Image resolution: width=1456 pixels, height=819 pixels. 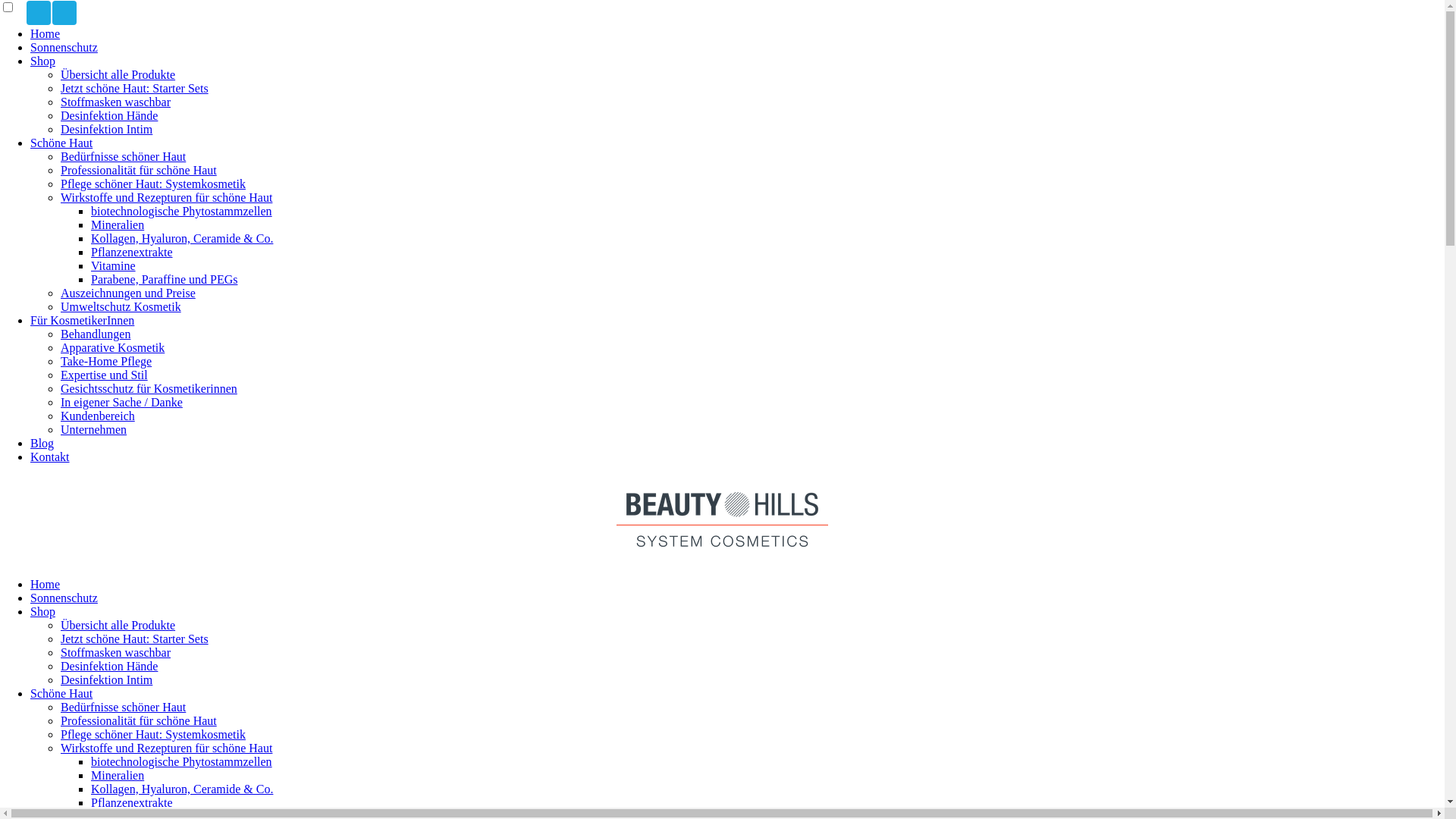 I want to click on 'Behandlungen', so click(x=61, y=333).